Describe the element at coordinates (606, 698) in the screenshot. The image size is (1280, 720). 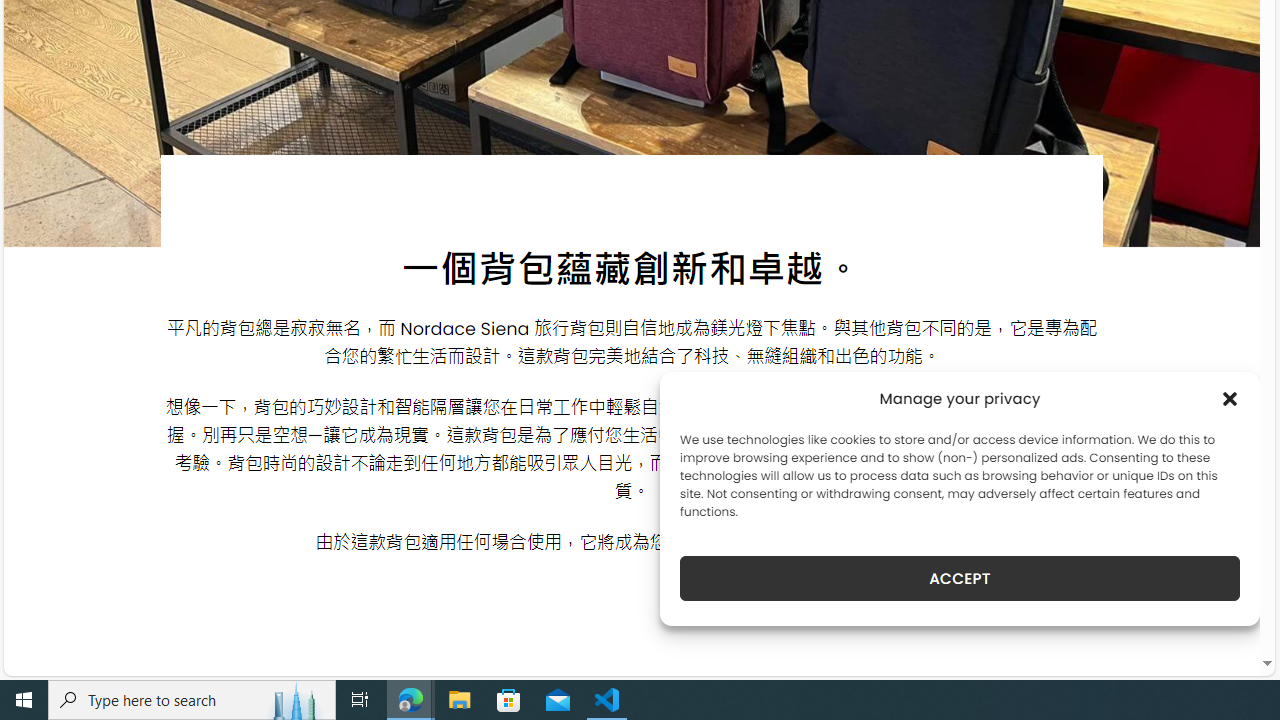
I see `'Visual Studio Code - 1 running window'` at that location.